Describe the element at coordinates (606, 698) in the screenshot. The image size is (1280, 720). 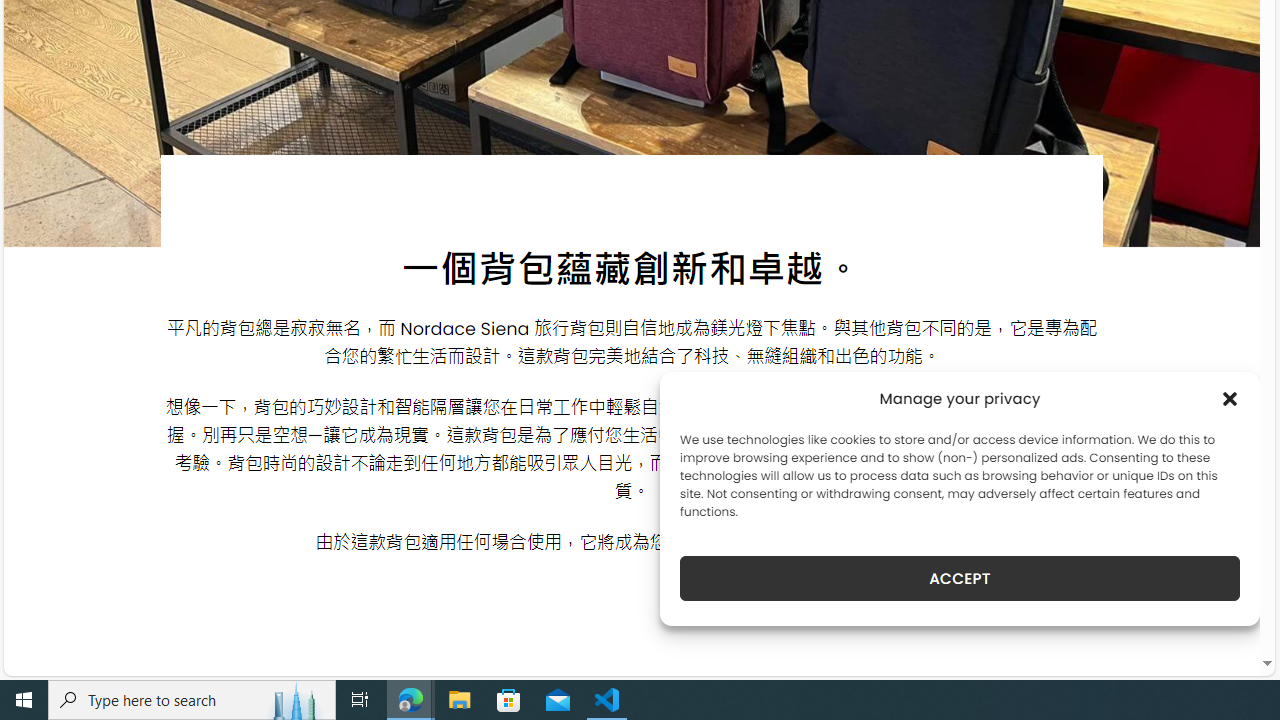
I see `'Visual Studio Code - 1 running window'` at that location.